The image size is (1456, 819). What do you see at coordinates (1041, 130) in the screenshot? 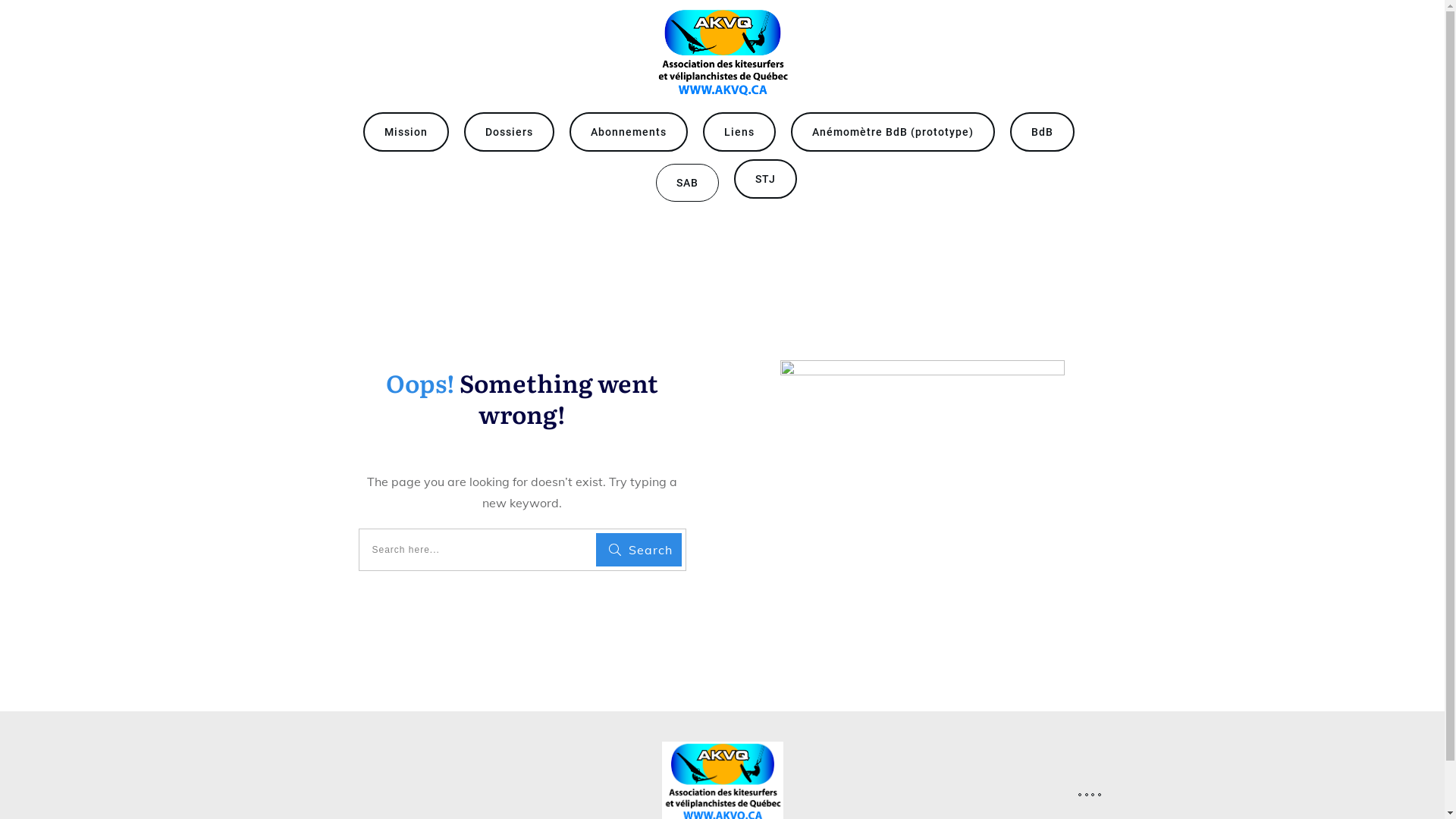
I see `'BdB'` at bounding box center [1041, 130].